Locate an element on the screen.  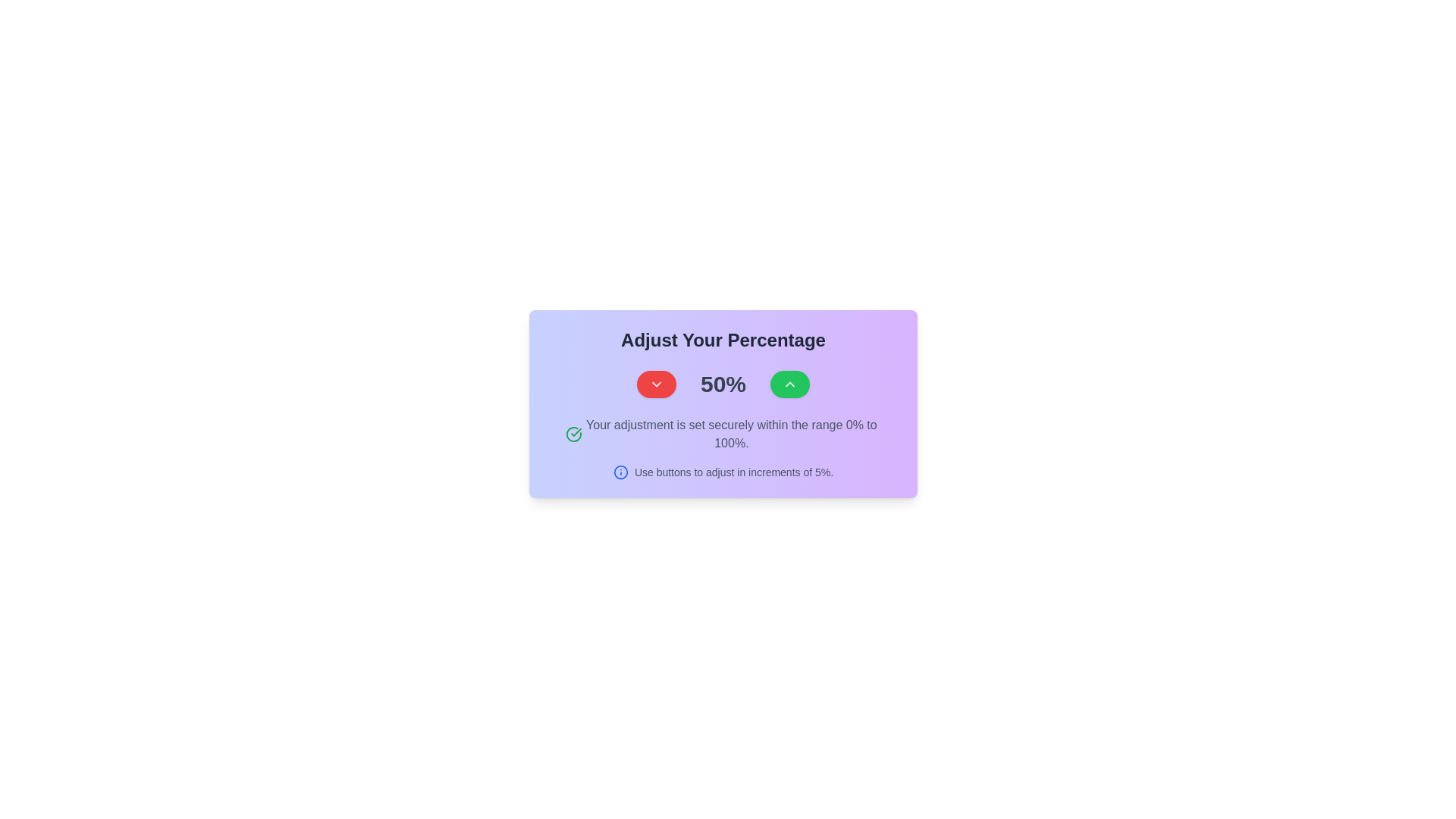
the informational text element that provides guidance on adjusting the percentage value by increments of 5%, located below the text 'Your adjustment is set securely within the range 0% to 100%.' is located at coordinates (723, 472).